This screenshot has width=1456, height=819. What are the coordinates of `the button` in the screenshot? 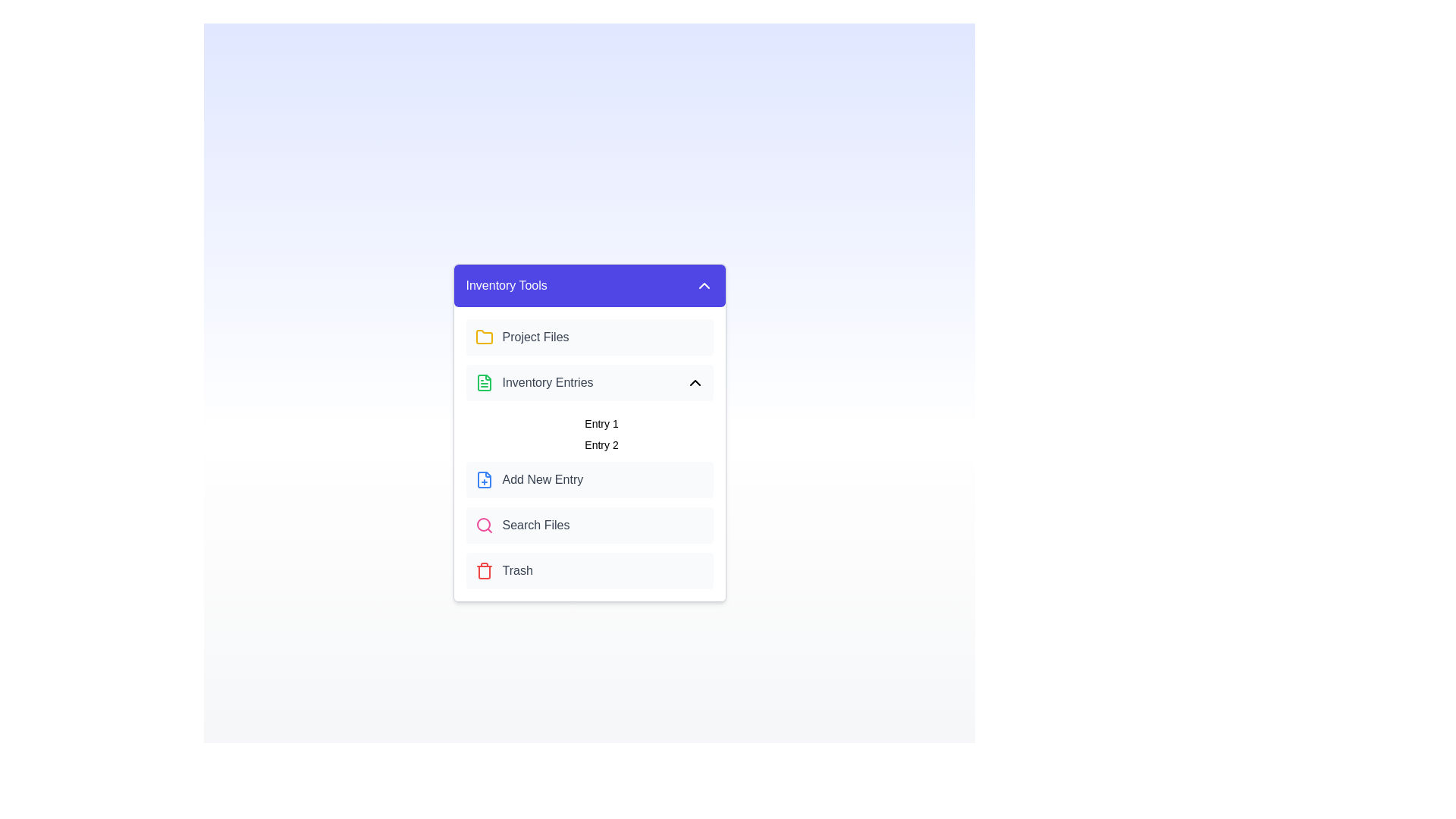 It's located at (588, 479).